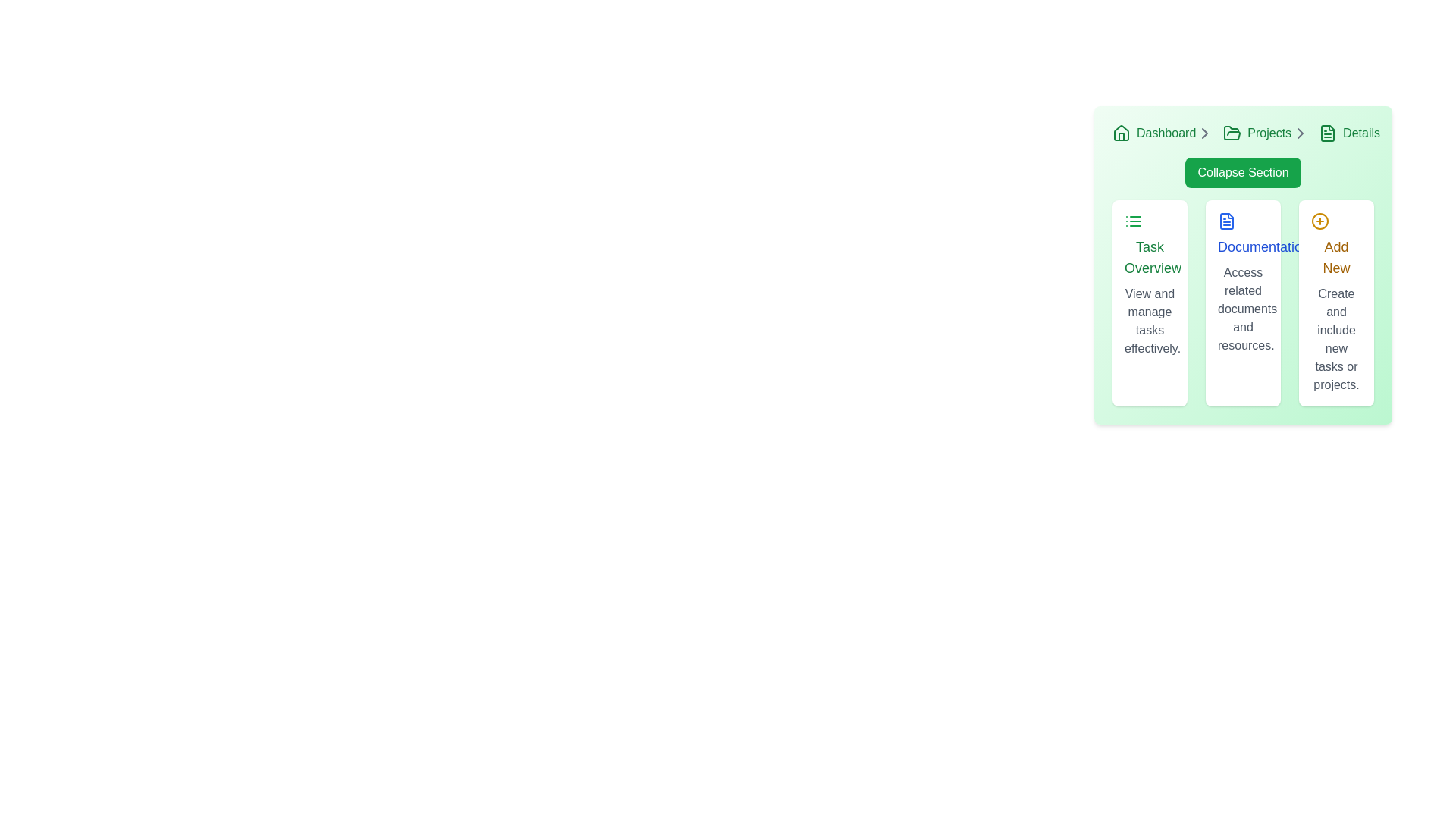  Describe the element at coordinates (1243, 309) in the screenshot. I see `static text label providing additional context for accessing documentation, located below the header 'Documentation' in the second column of feature boxes` at that location.